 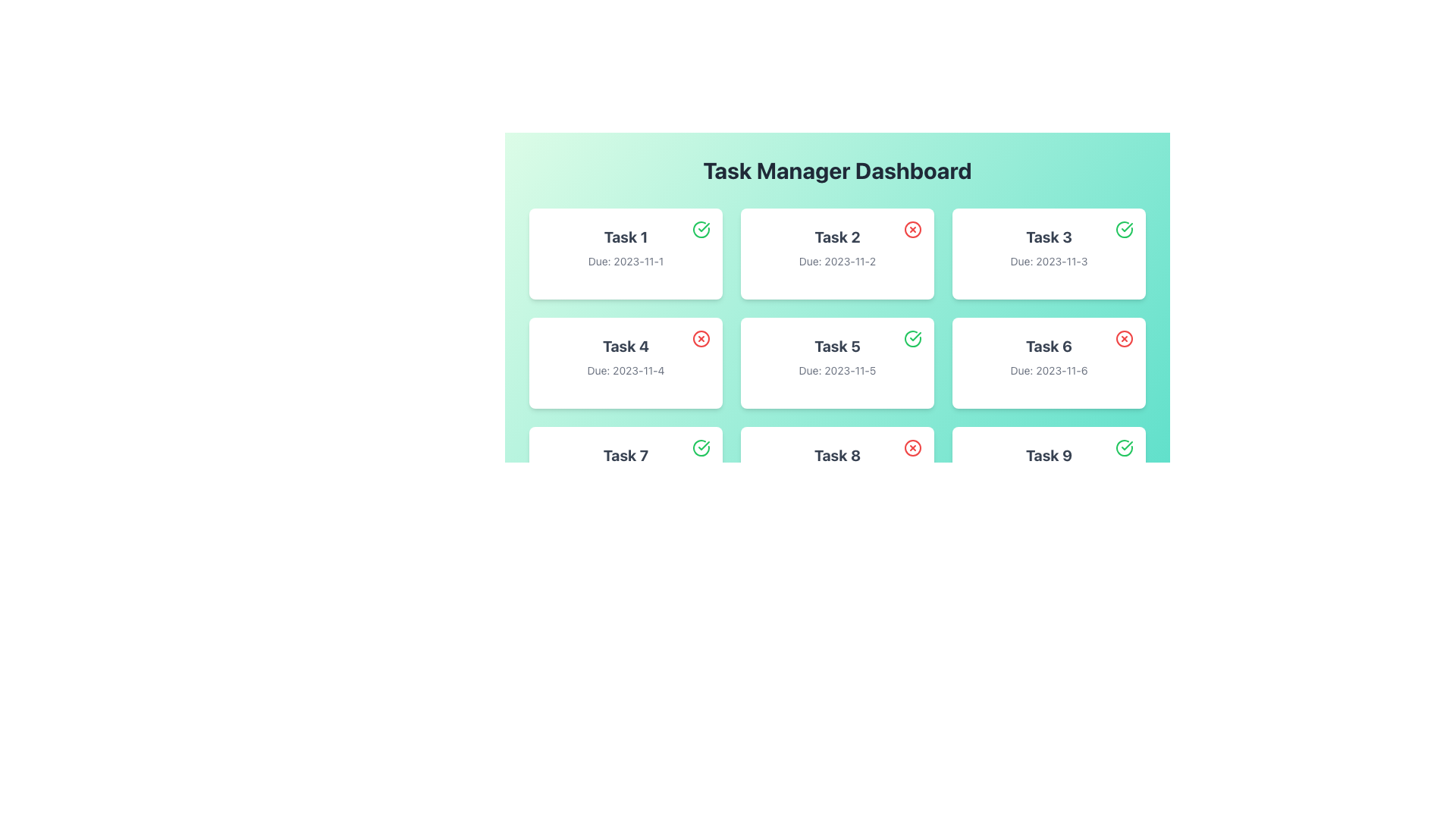 I want to click on the text label element displaying 'Task 3', which is styled in bold and large font, located at the top-center of a rectangular card with a white background and rounded corners, so click(x=1048, y=237).